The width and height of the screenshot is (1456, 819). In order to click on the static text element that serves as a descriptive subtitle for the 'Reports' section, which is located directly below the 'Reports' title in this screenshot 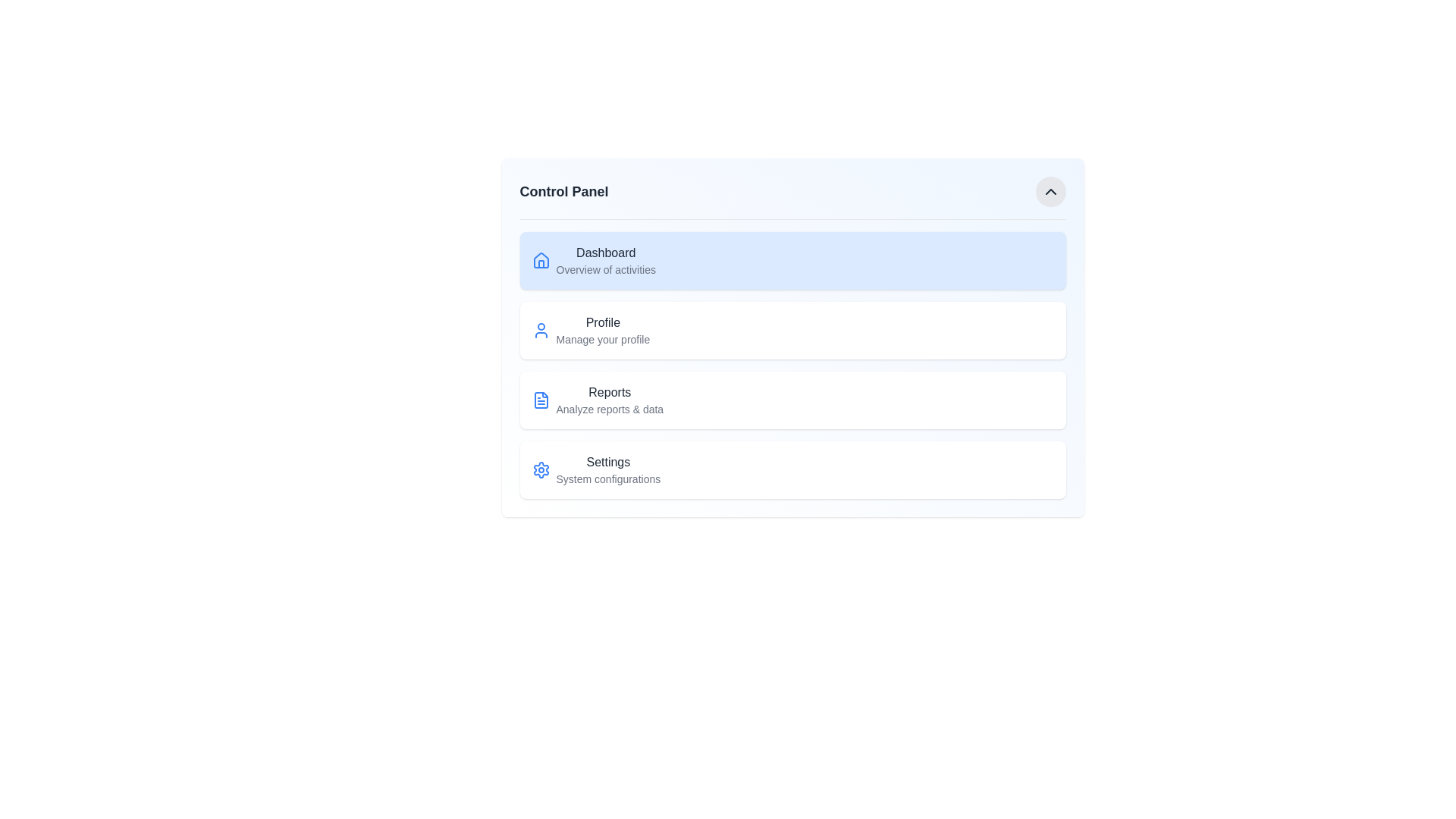, I will do `click(610, 409)`.